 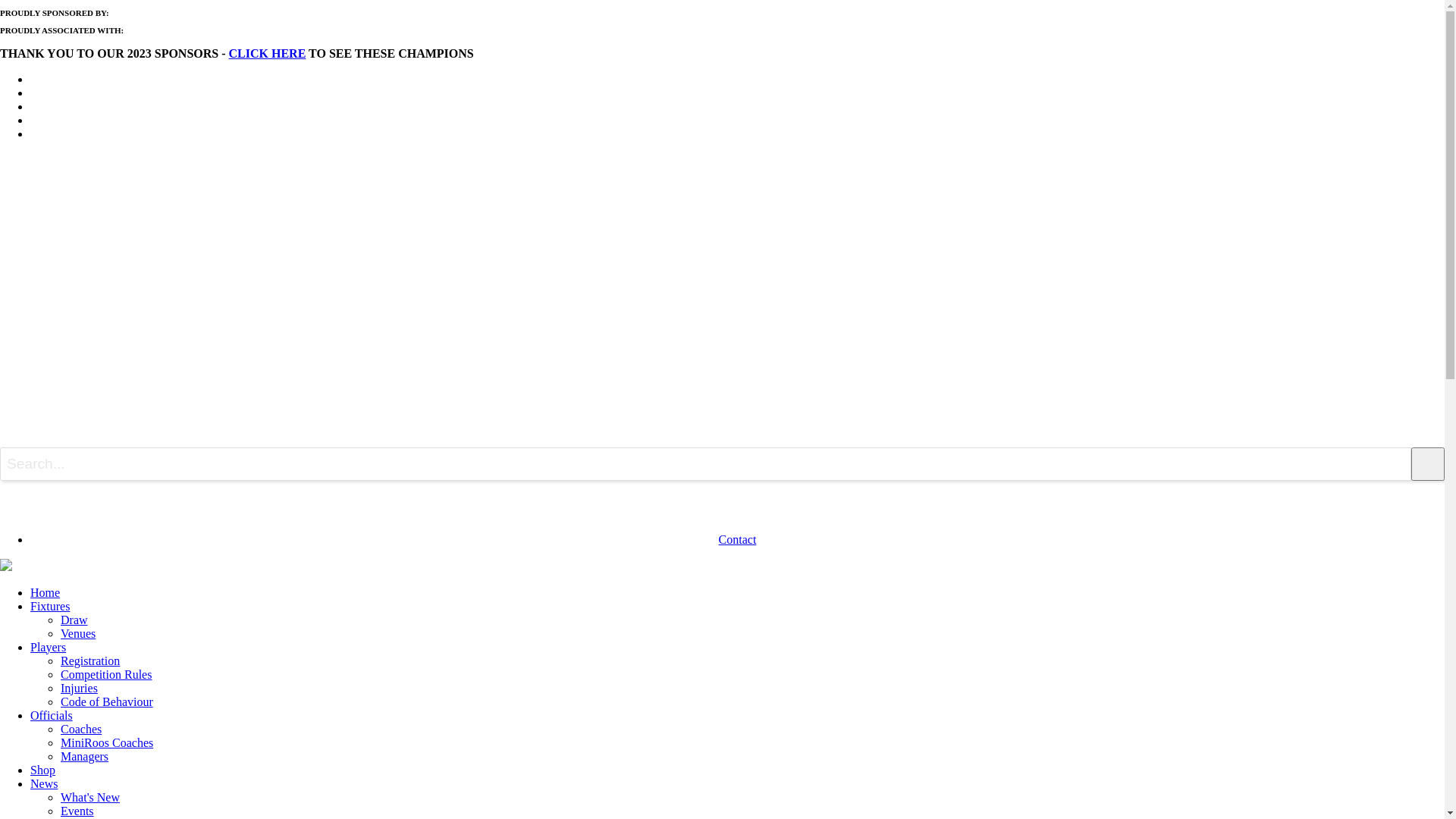 I want to click on 'News', so click(x=43, y=783).